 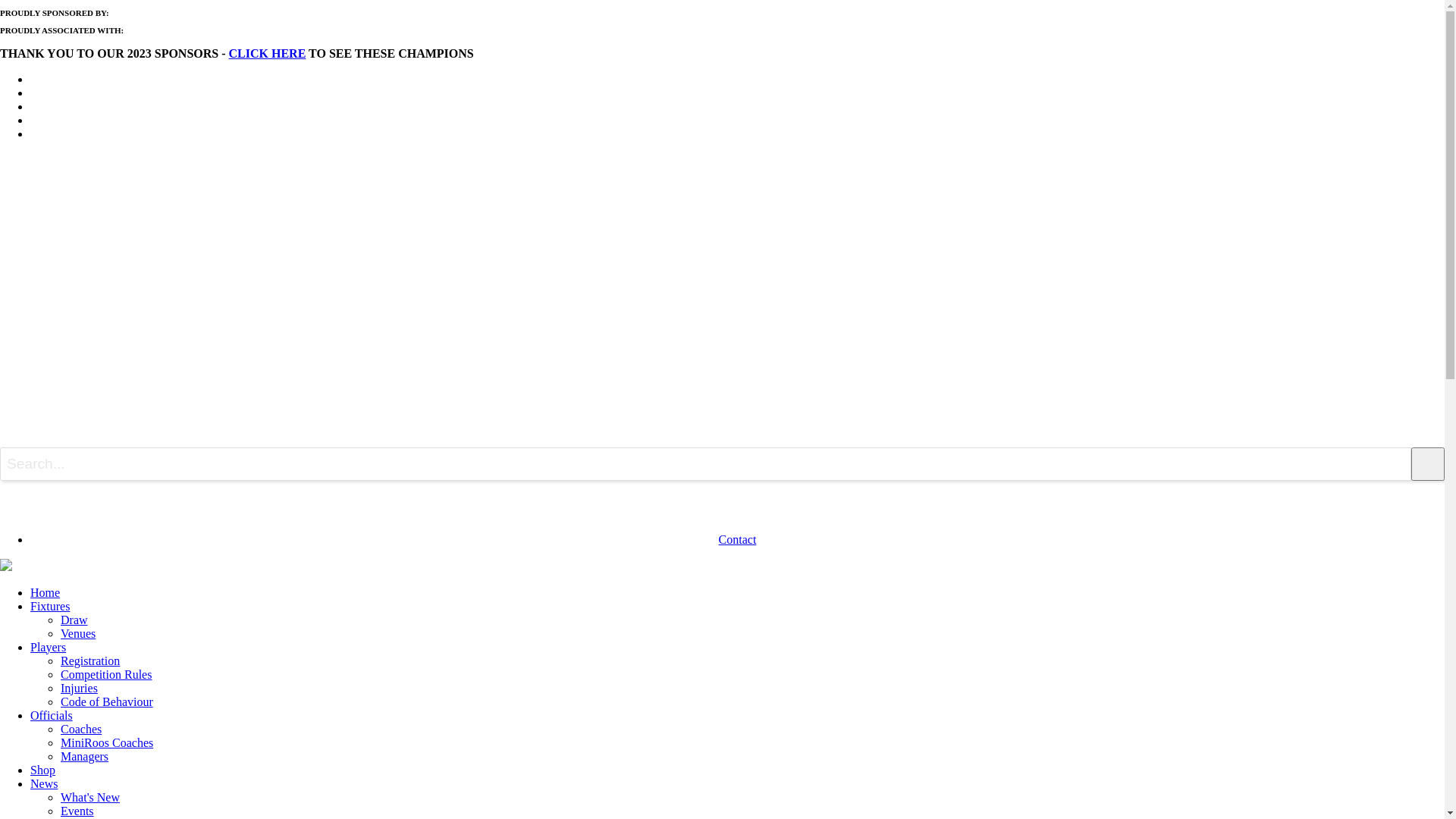 I want to click on 'News', so click(x=43, y=783).